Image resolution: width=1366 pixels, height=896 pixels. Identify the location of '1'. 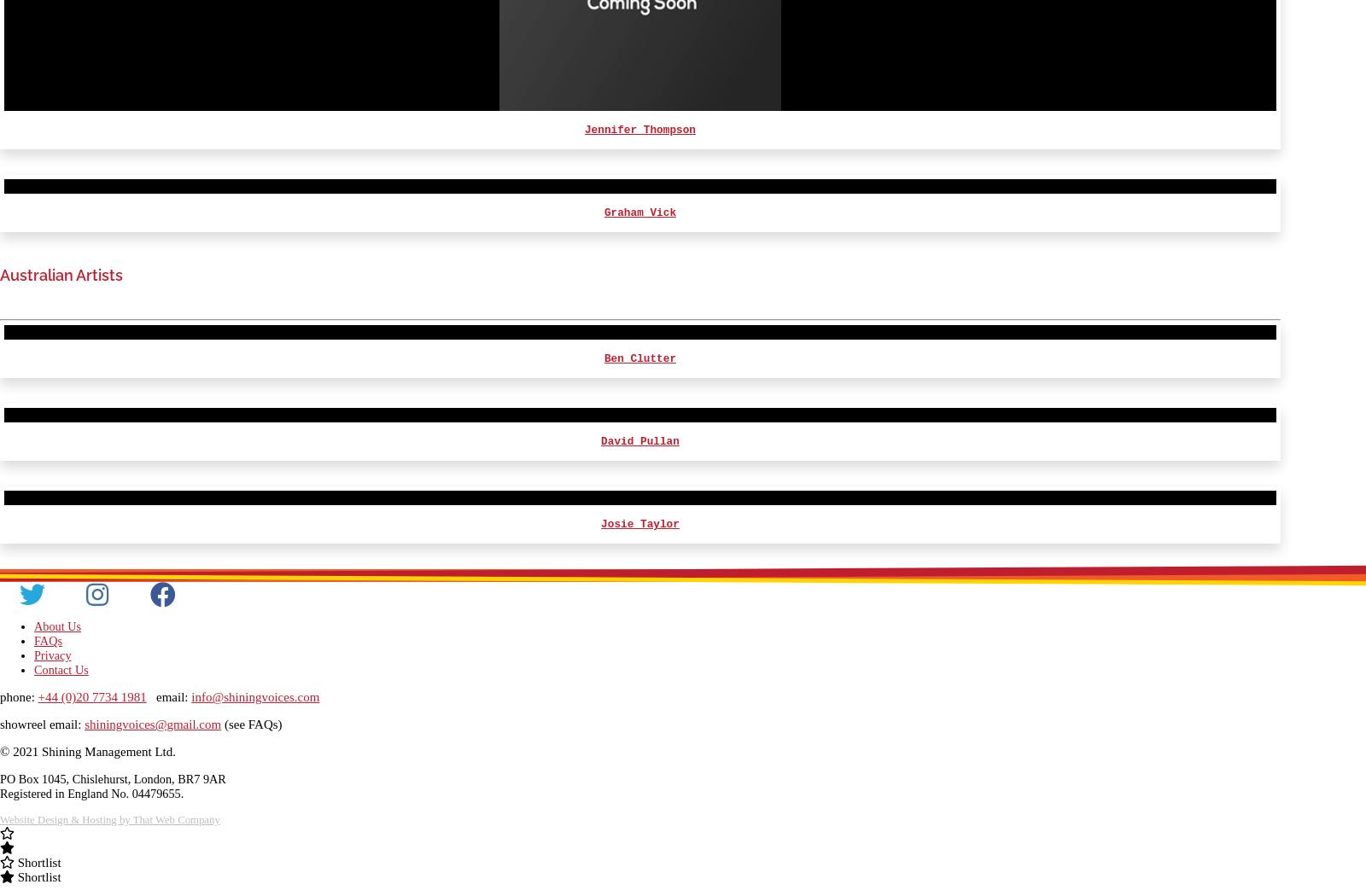
(1260, 686).